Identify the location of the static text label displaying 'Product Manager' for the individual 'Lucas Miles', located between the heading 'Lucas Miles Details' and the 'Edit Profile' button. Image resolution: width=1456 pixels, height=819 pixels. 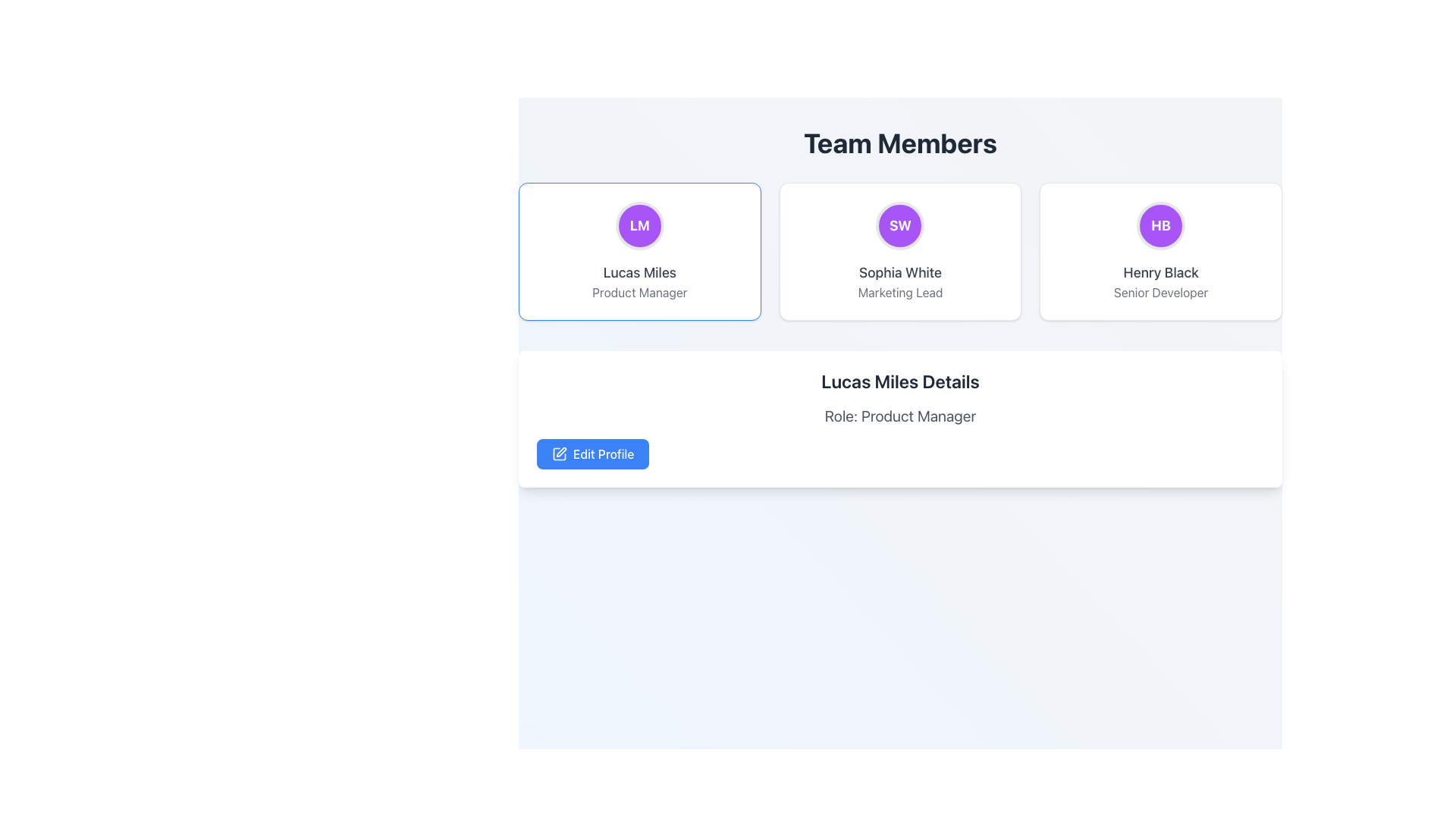
(900, 416).